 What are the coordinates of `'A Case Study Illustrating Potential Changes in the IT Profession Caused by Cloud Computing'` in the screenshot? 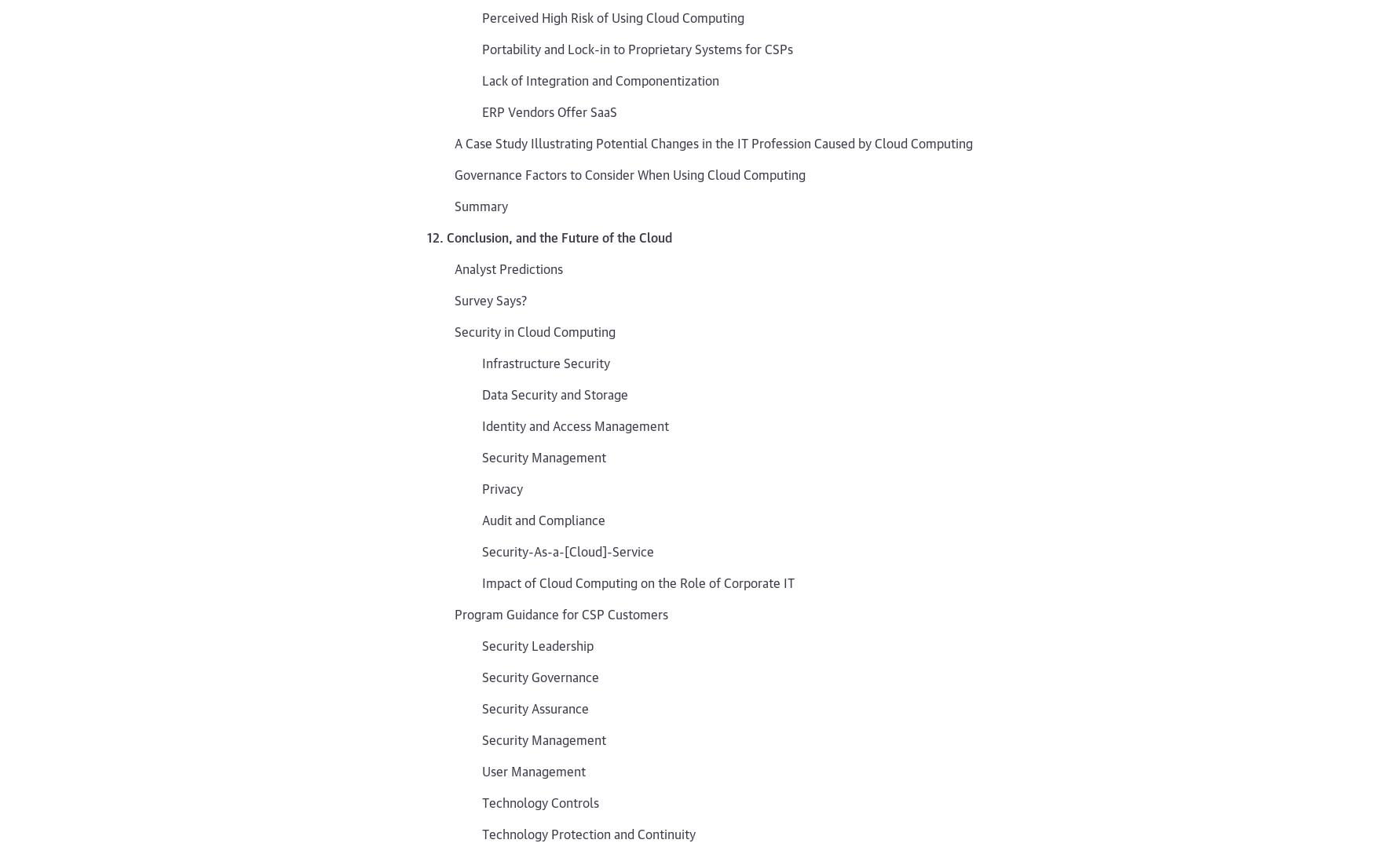 It's located at (712, 141).